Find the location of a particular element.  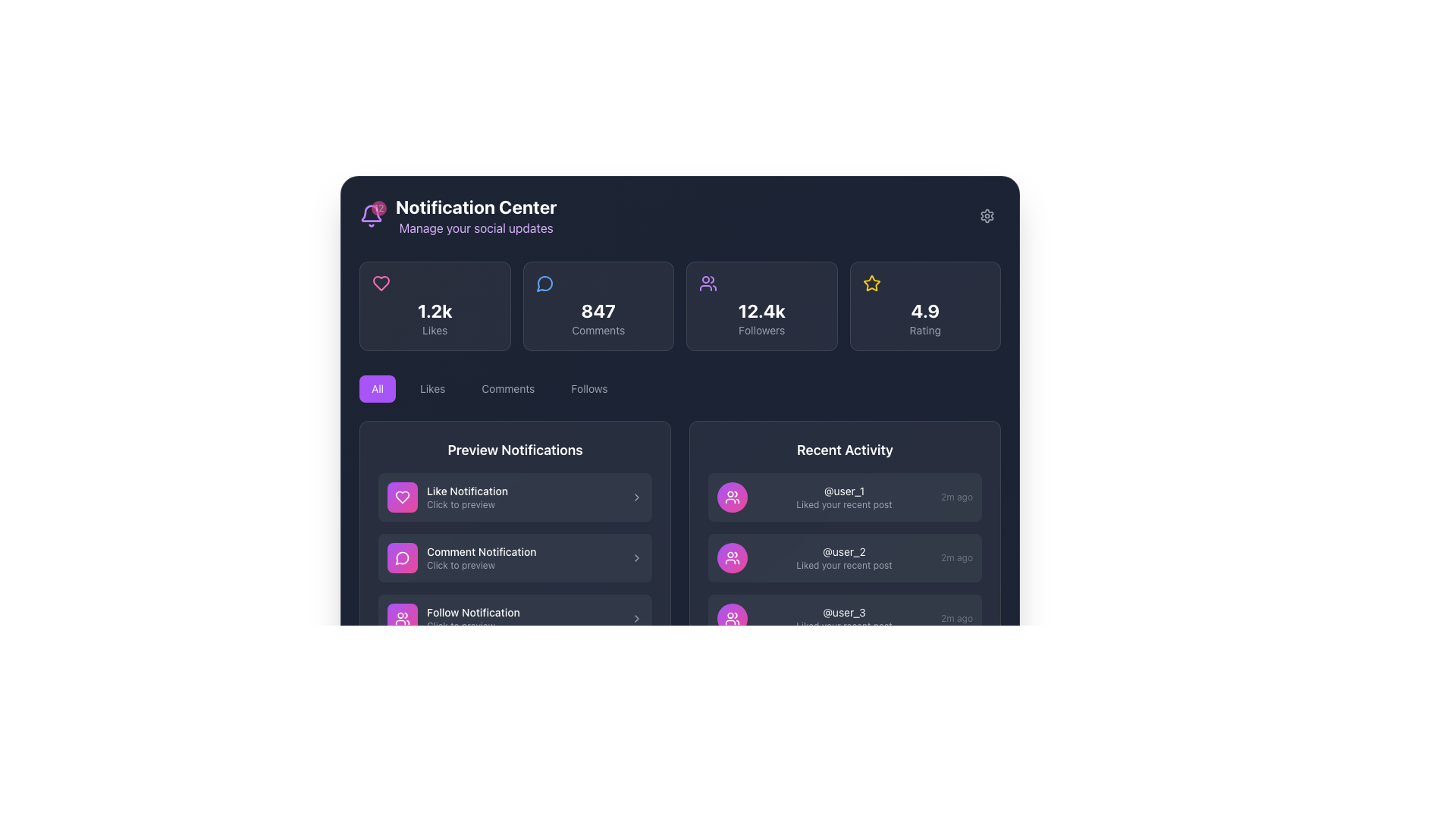

the 'Followers' icon, which visually represents the '12.4k Followers' metric located in the third position from the left in the top row of user count modules is located at coordinates (708, 284).